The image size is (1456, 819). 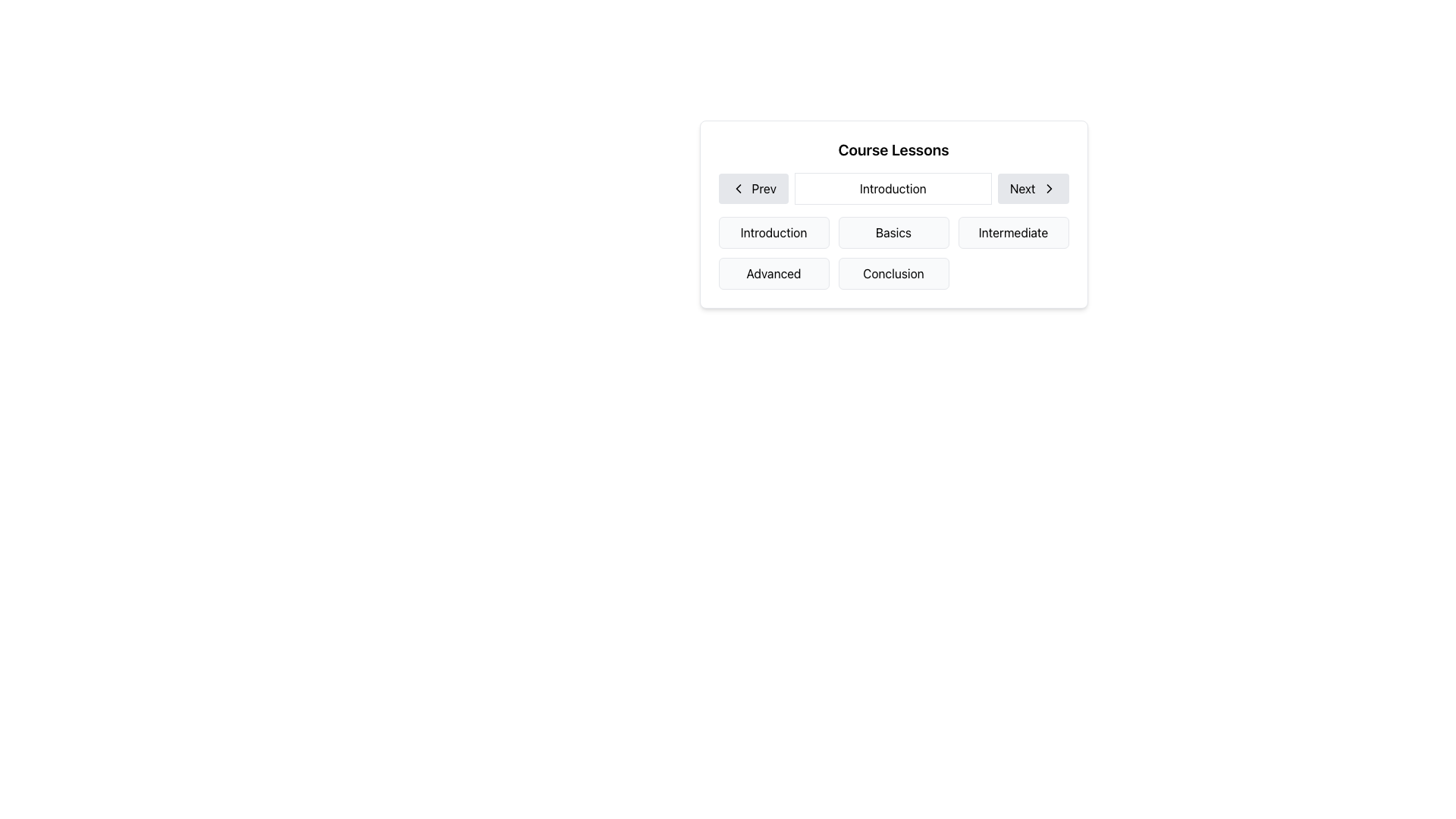 What do you see at coordinates (893, 188) in the screenshot?
I see `the 'Introduction' button located between the 'Prev' and 'Next' buttons in the upper section of the interface` at bounding box center [893, 188].